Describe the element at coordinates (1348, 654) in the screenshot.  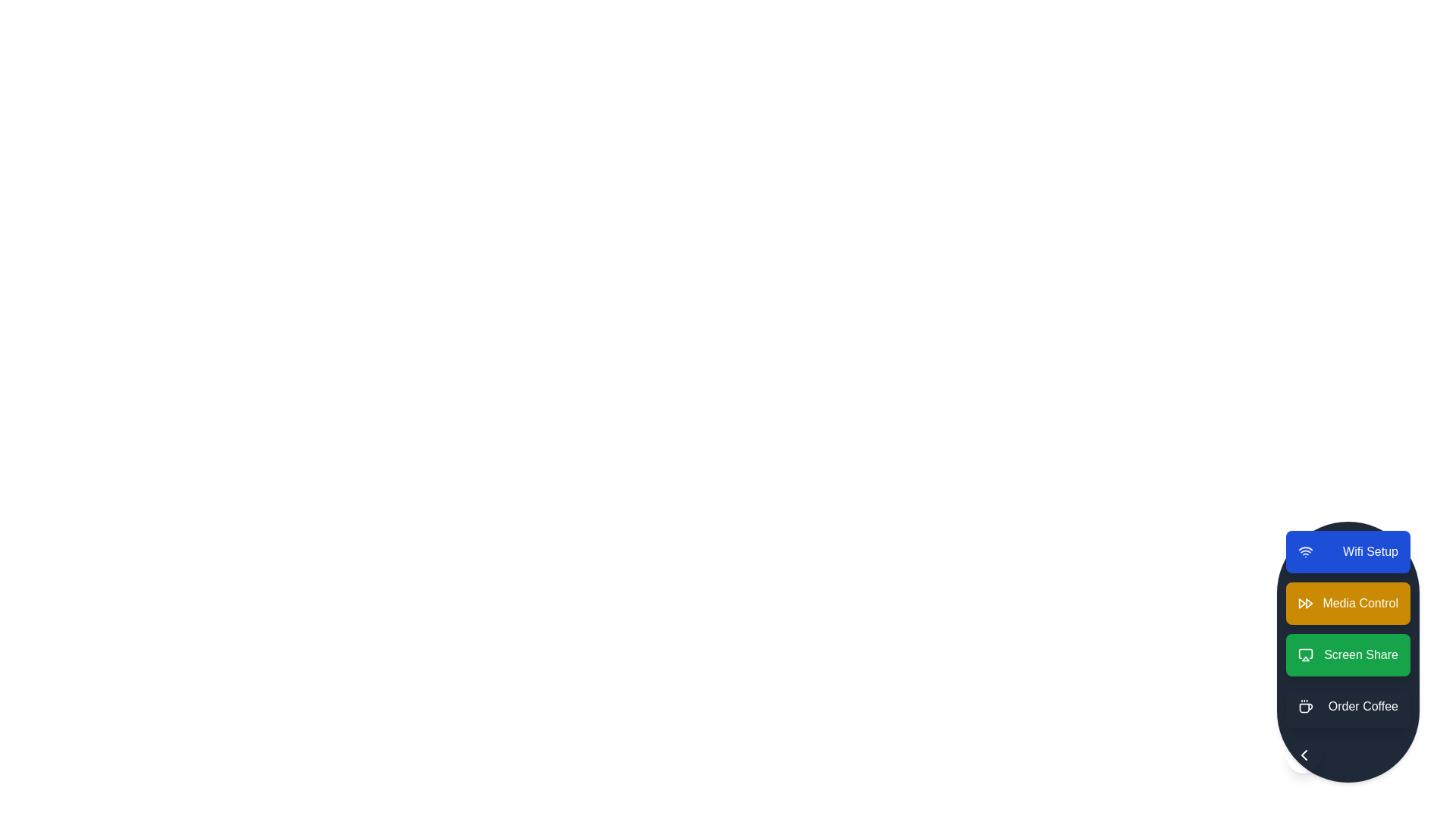
I see `the action item labeled Screen Share to observe visual feedback` at that location.